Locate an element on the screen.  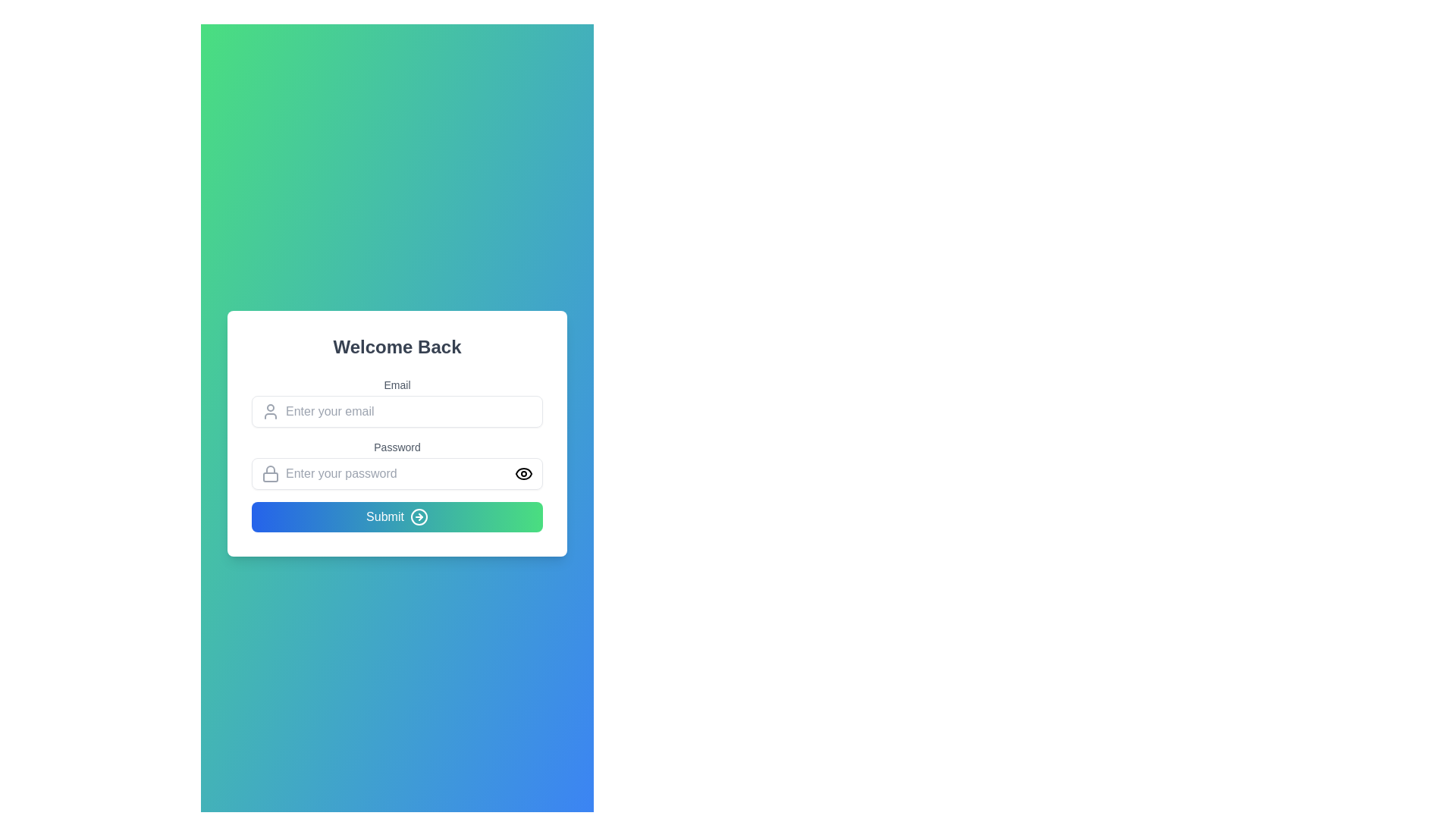
the padlock icon representing security, located at the left side of the password input field is located at coordinates (270, 472).